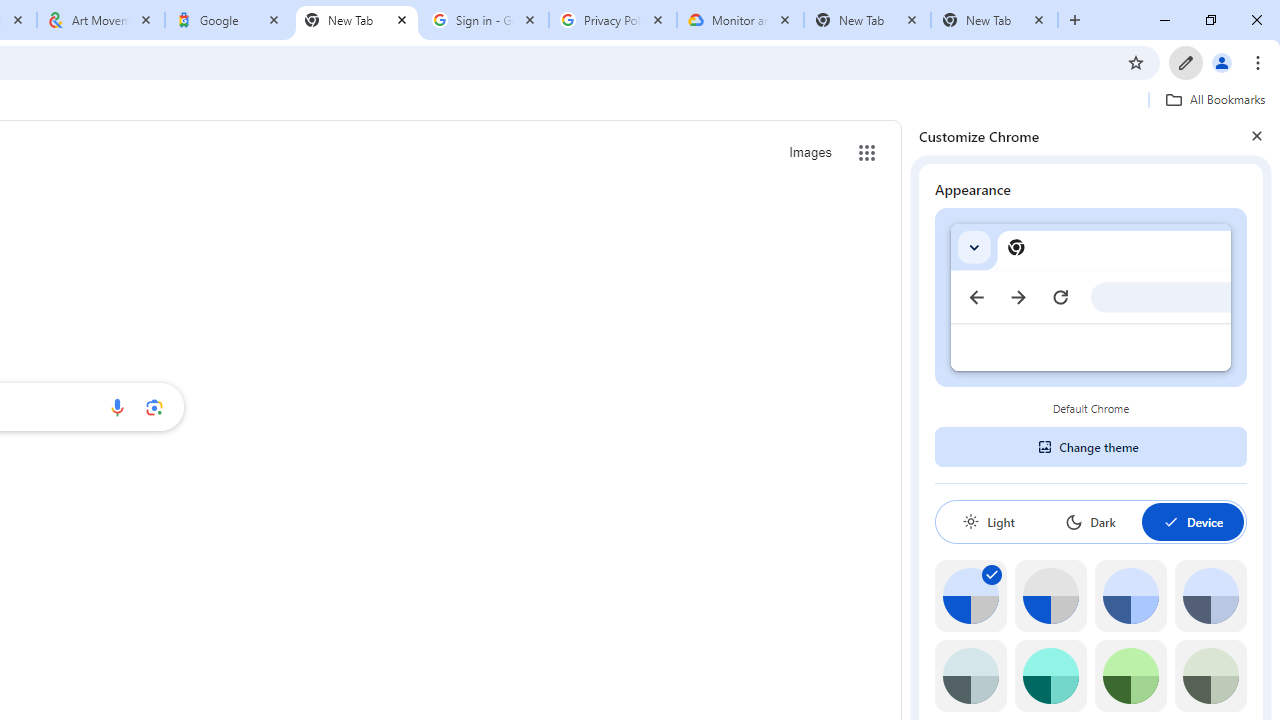 The height and width of the screenshot is (720, 1280). Describe the element at coordinates (1192, 521) in the screenshot. I see `'Device'` at that location.